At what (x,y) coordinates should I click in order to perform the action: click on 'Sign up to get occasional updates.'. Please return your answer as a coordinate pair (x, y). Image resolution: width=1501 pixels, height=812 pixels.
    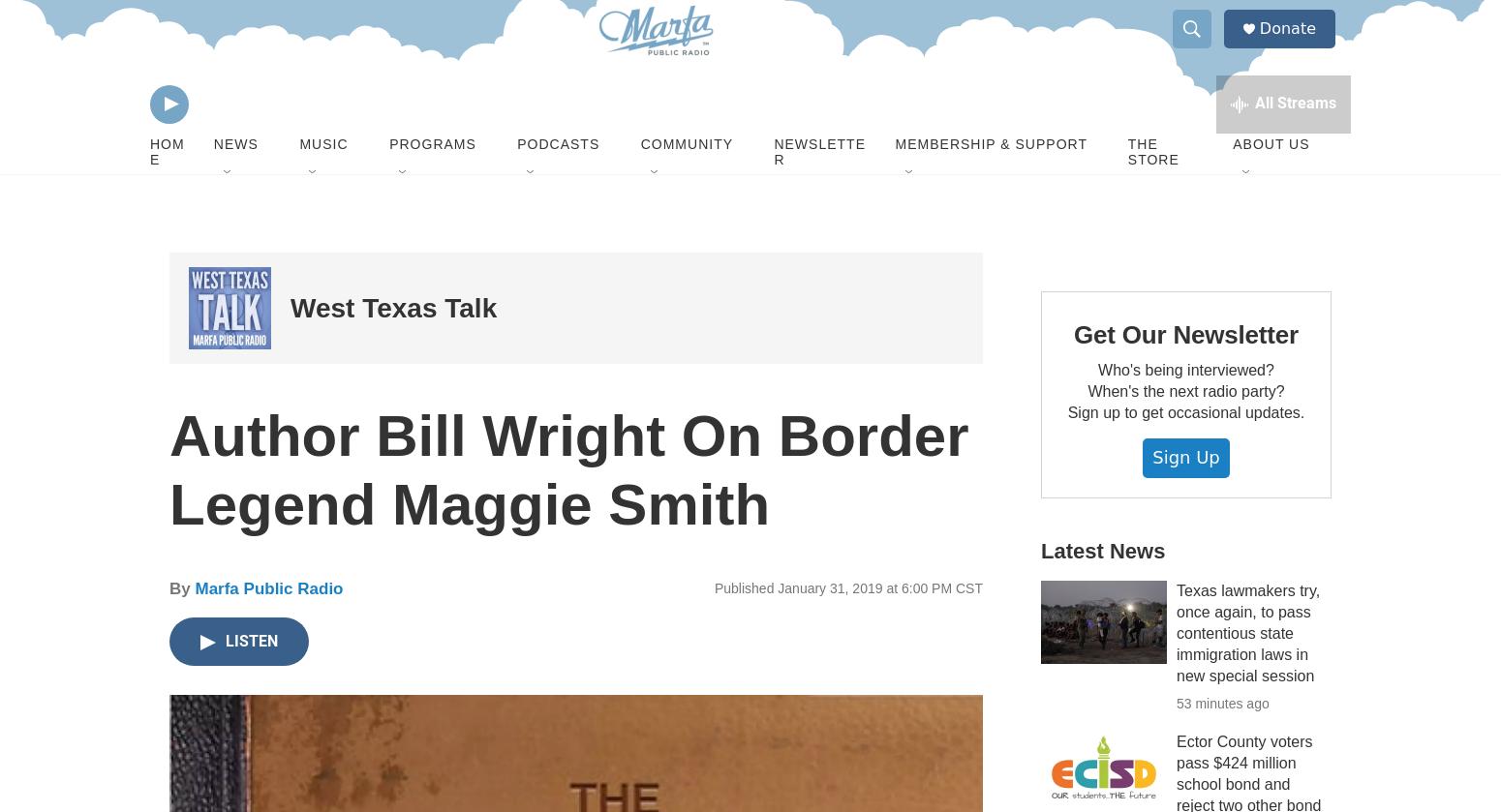
    Looking at the image, I should click on (1185, 459).